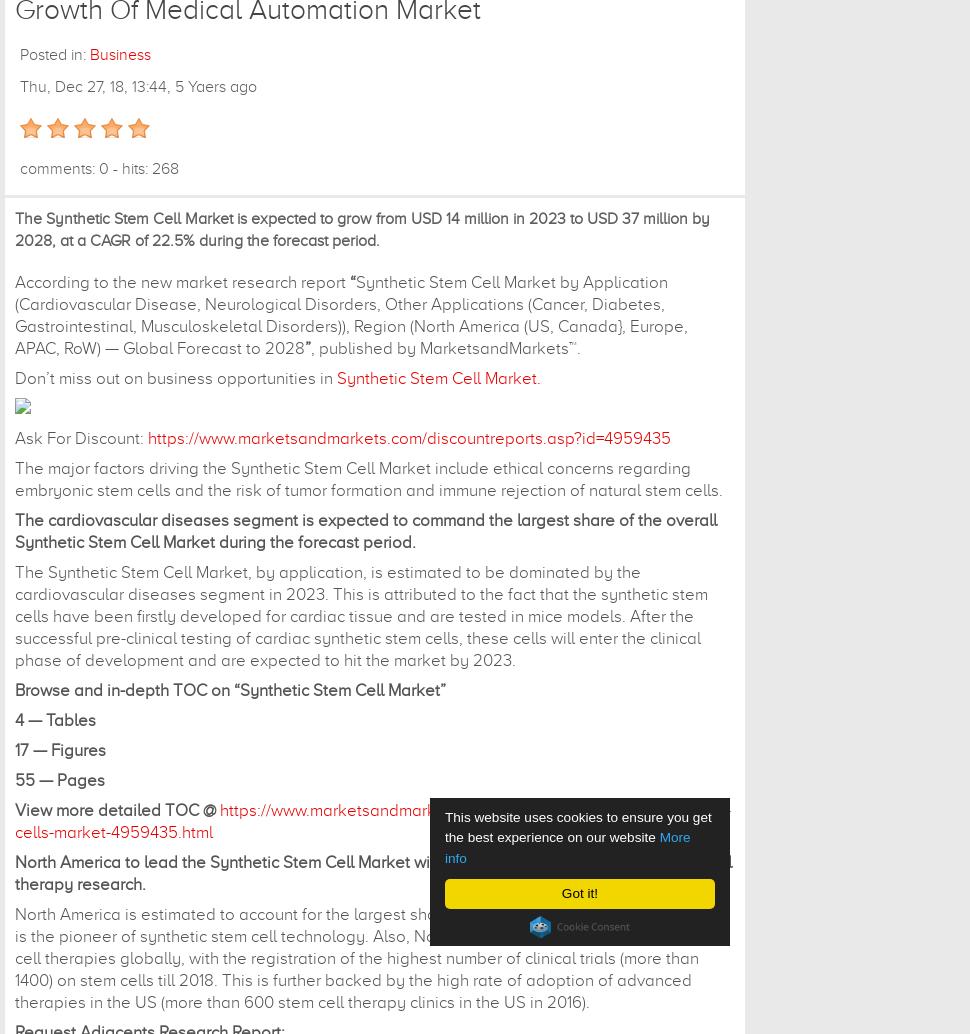  I want to click on 'View more detailed TOC @', so click(117, 809).